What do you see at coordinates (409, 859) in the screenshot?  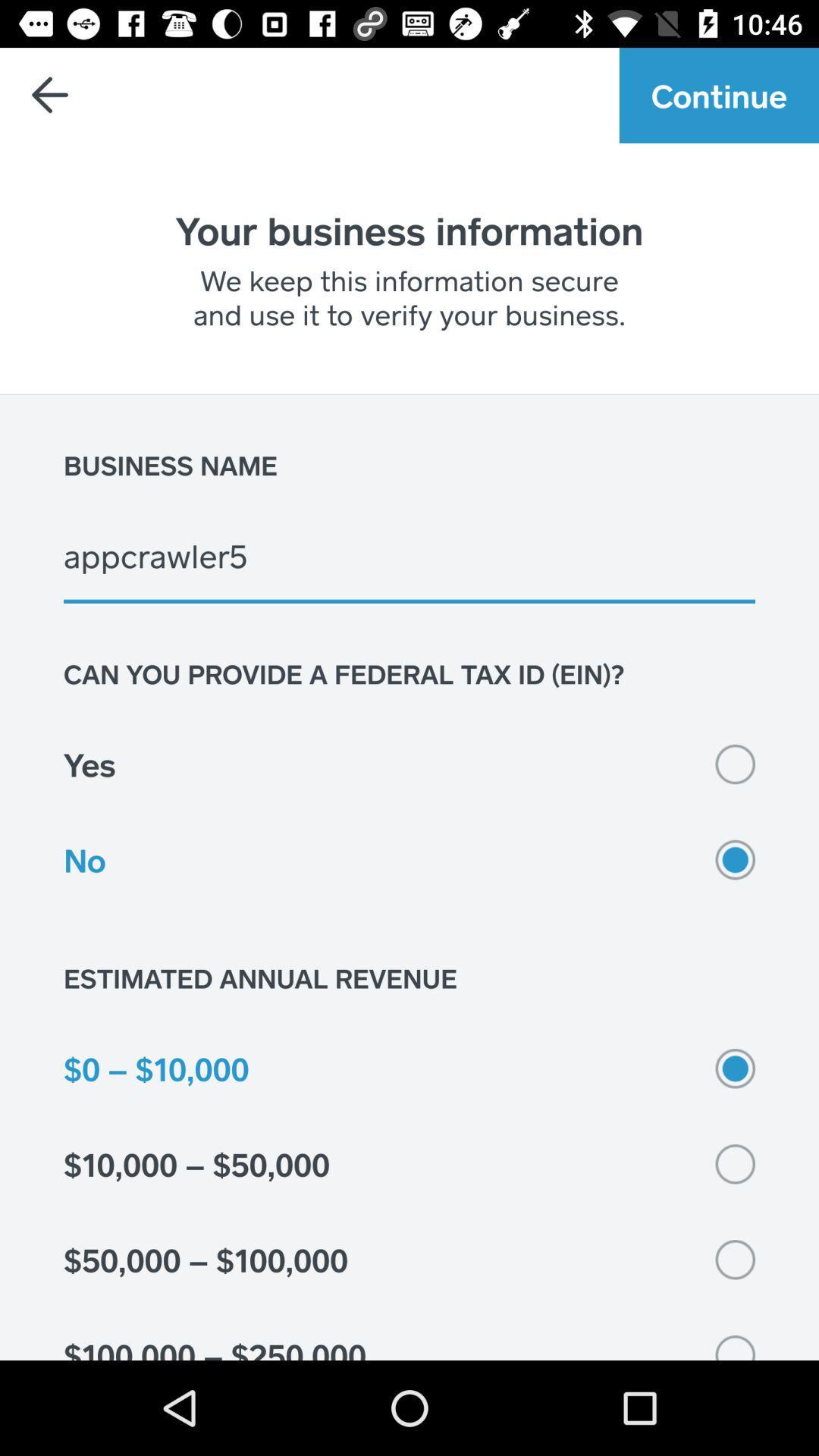 I see `the icon below yes` at bounding box center [409, 859].